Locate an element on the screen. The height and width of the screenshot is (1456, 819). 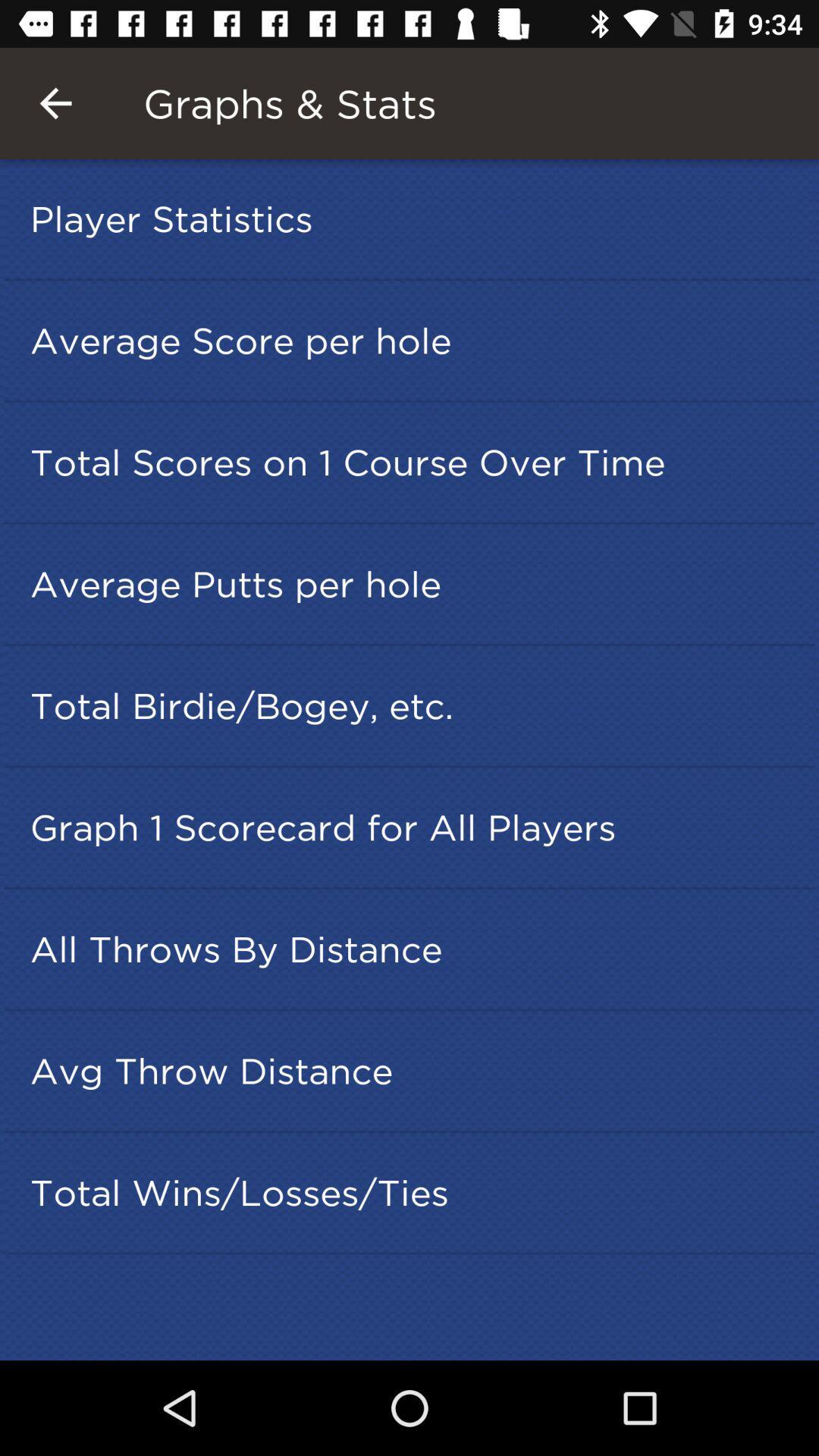
the all throws by is located at coordinates (414, 948).